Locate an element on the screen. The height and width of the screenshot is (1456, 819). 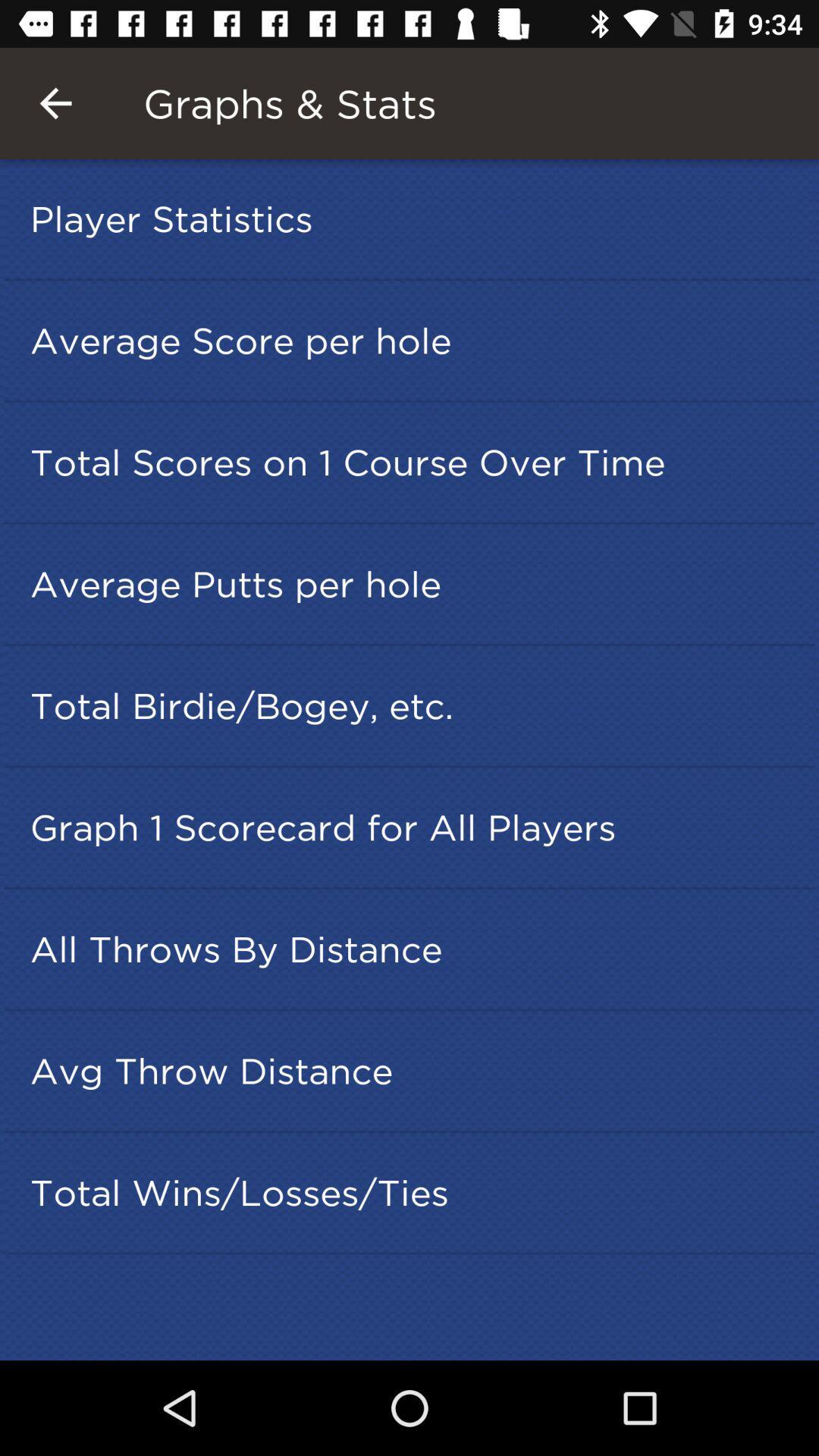
the all throws by is located at coordinates (414, 948).